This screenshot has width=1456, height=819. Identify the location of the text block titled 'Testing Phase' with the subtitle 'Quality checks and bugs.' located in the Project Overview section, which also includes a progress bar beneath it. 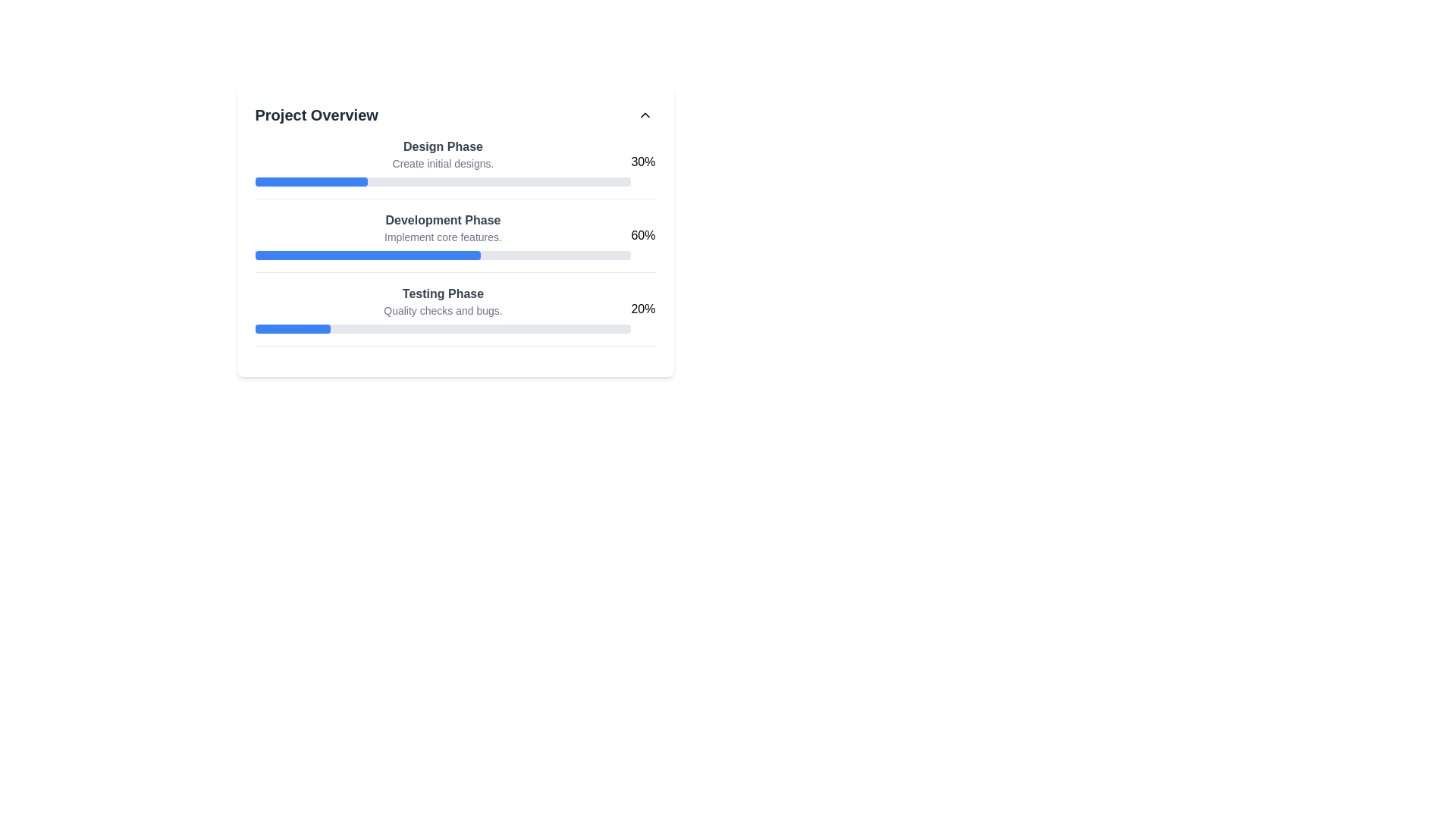
(442, 309).